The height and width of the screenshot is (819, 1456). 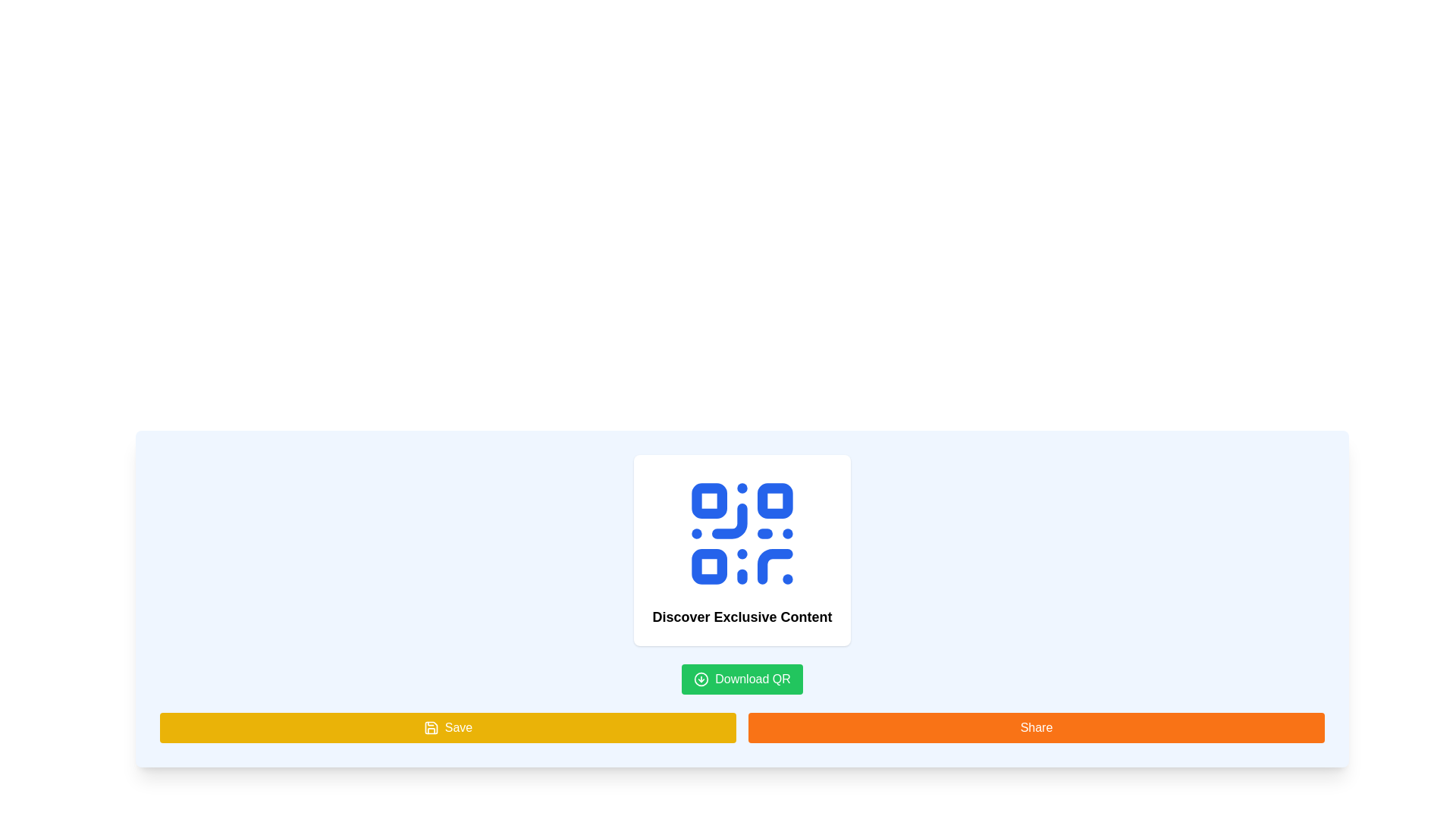 I want to click on the circular graphical component with a blue border and white center located inside the green 'Download QR' button, so click(x=701, y=678).